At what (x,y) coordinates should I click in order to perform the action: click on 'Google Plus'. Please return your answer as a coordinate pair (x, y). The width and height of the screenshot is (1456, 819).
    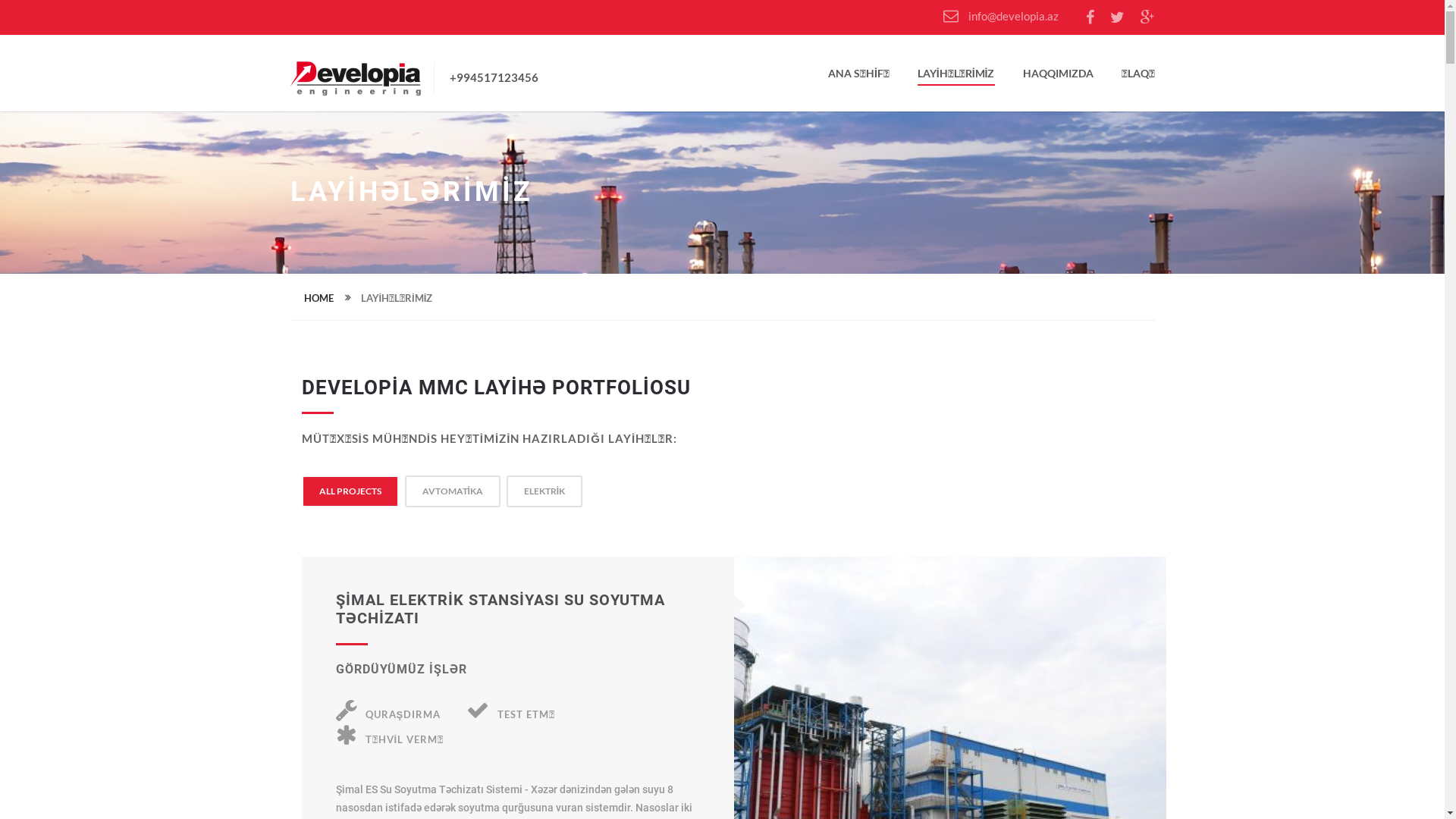
    Looking at the image, I should click on (1147, 17).